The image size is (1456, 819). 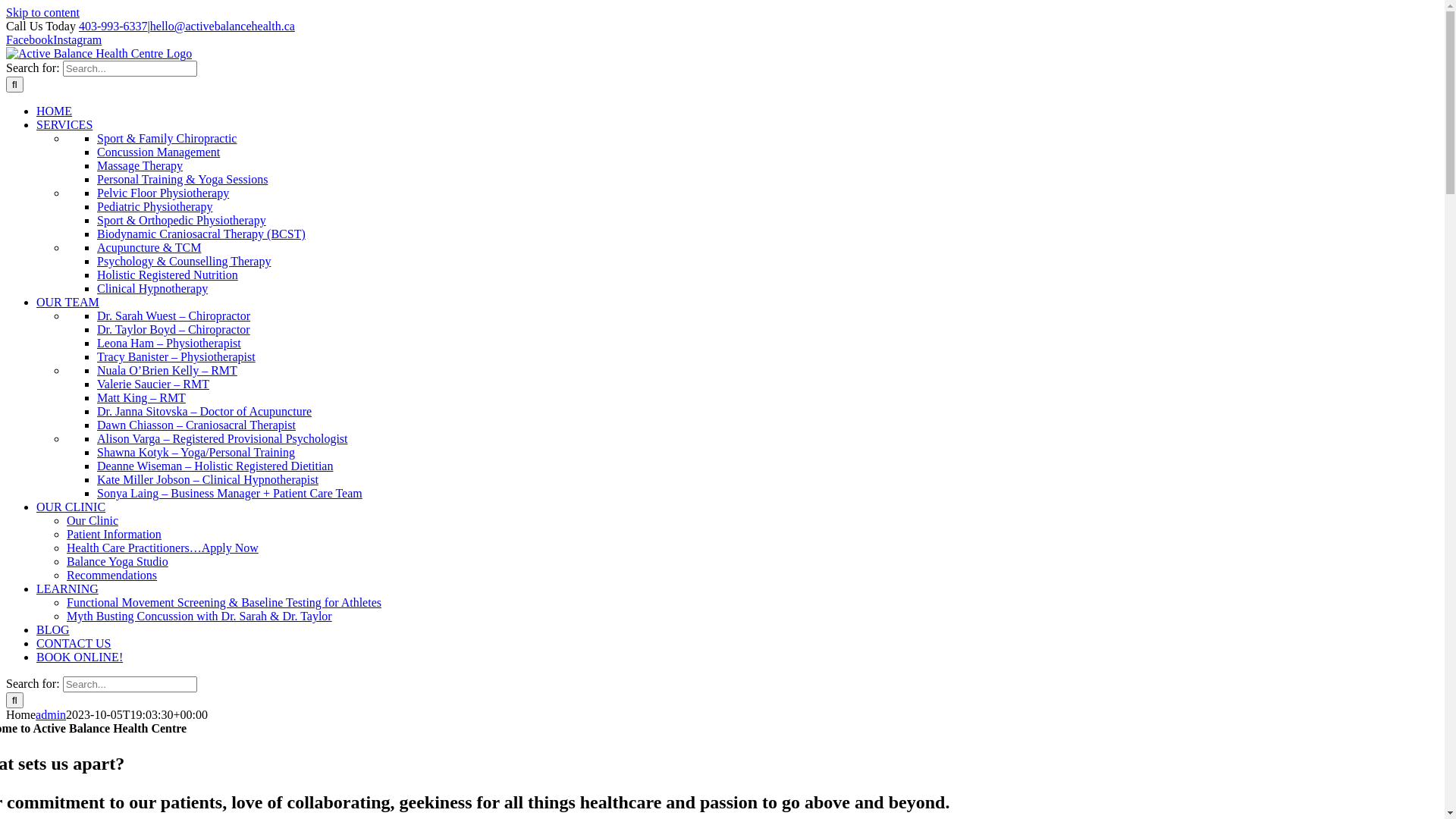 What do you see at coordinates (163, 192) in the screenshot?
I see `'Pelvic Floor Physiotherapy'` at bounding box center [163, 192].